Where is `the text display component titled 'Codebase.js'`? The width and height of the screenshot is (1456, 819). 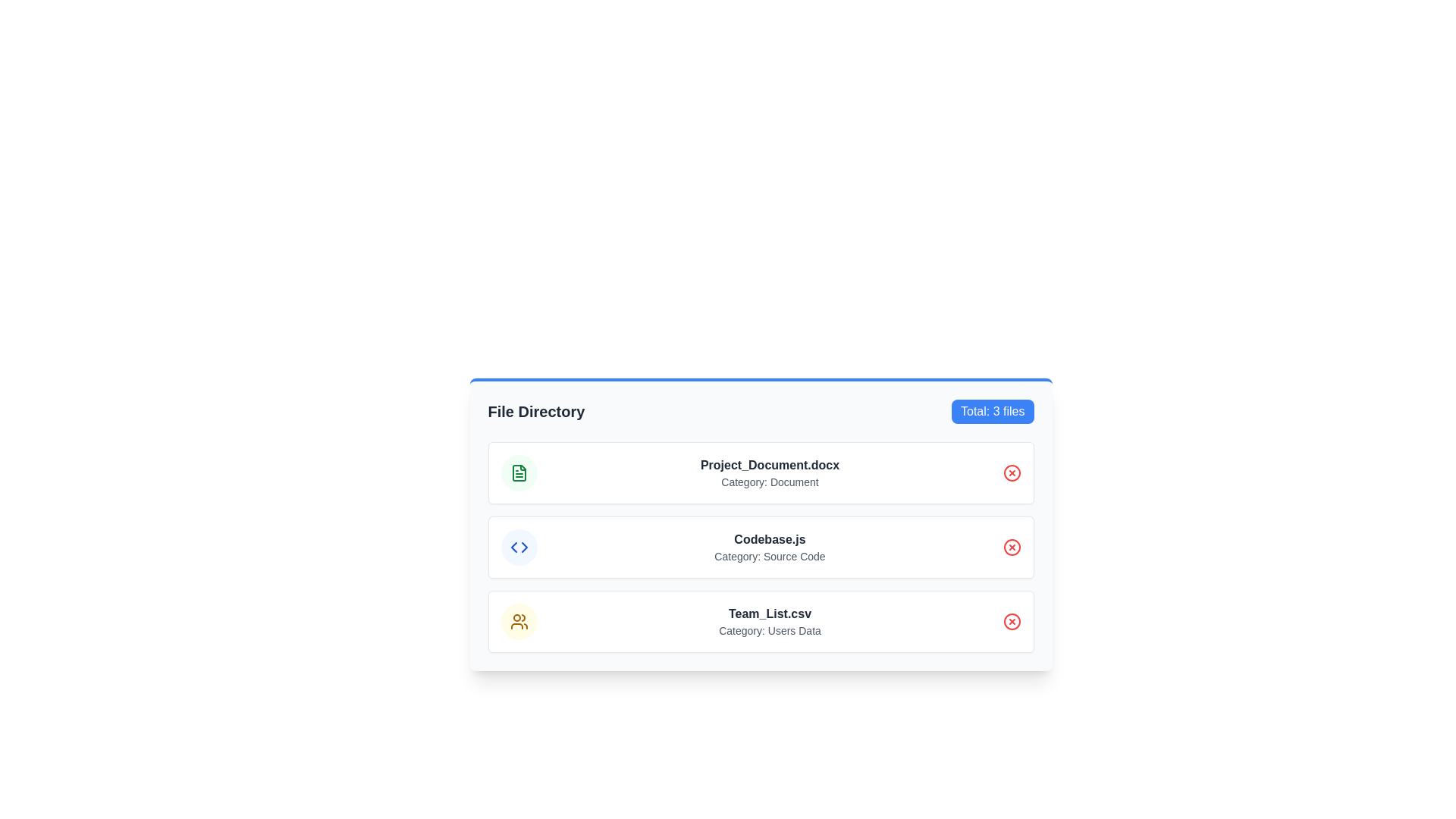
the text display component titled 'Codebase.js' is located at coordinates (770, 547).